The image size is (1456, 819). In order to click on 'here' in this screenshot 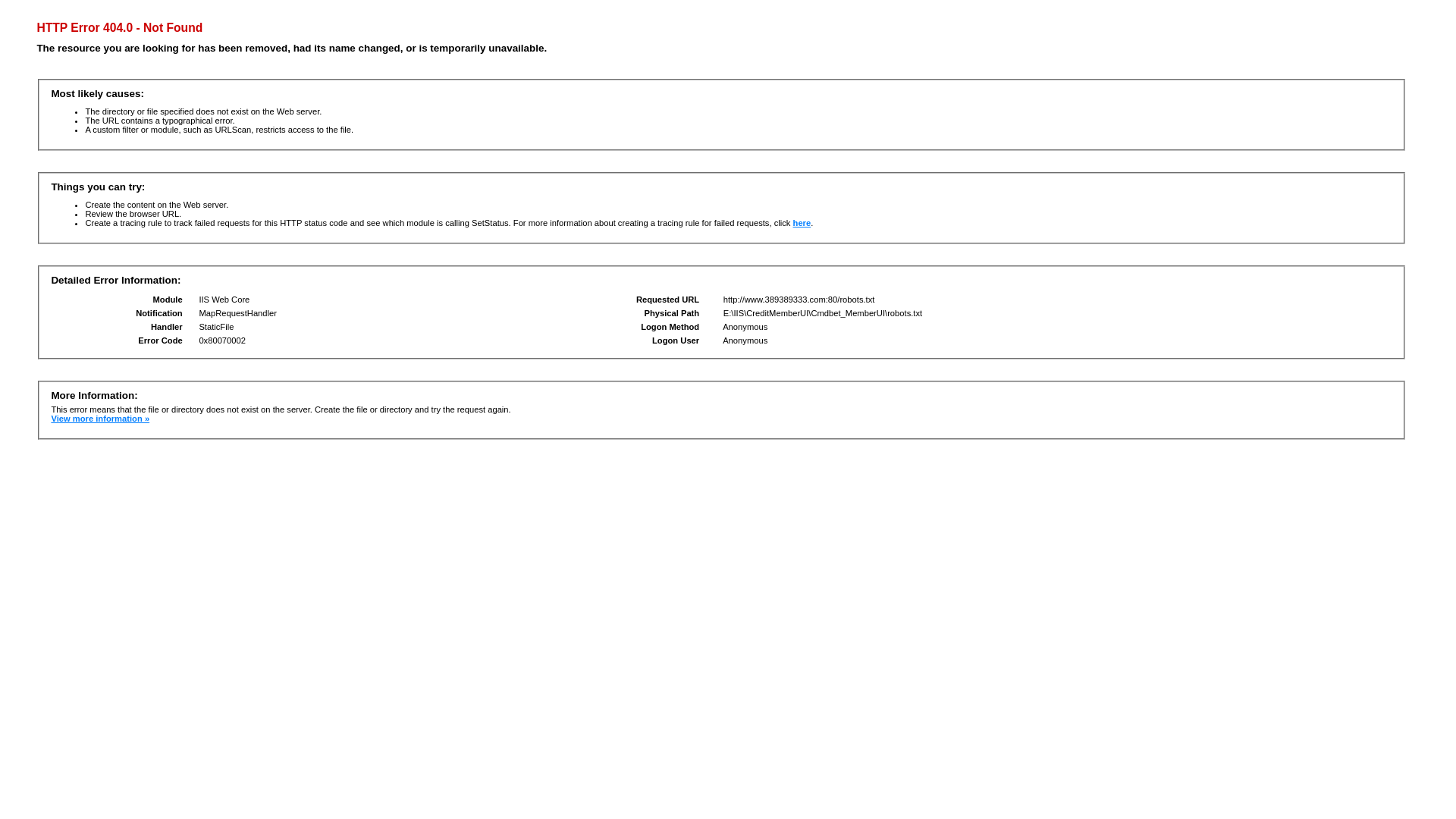, I will do `click(801, 222)`.